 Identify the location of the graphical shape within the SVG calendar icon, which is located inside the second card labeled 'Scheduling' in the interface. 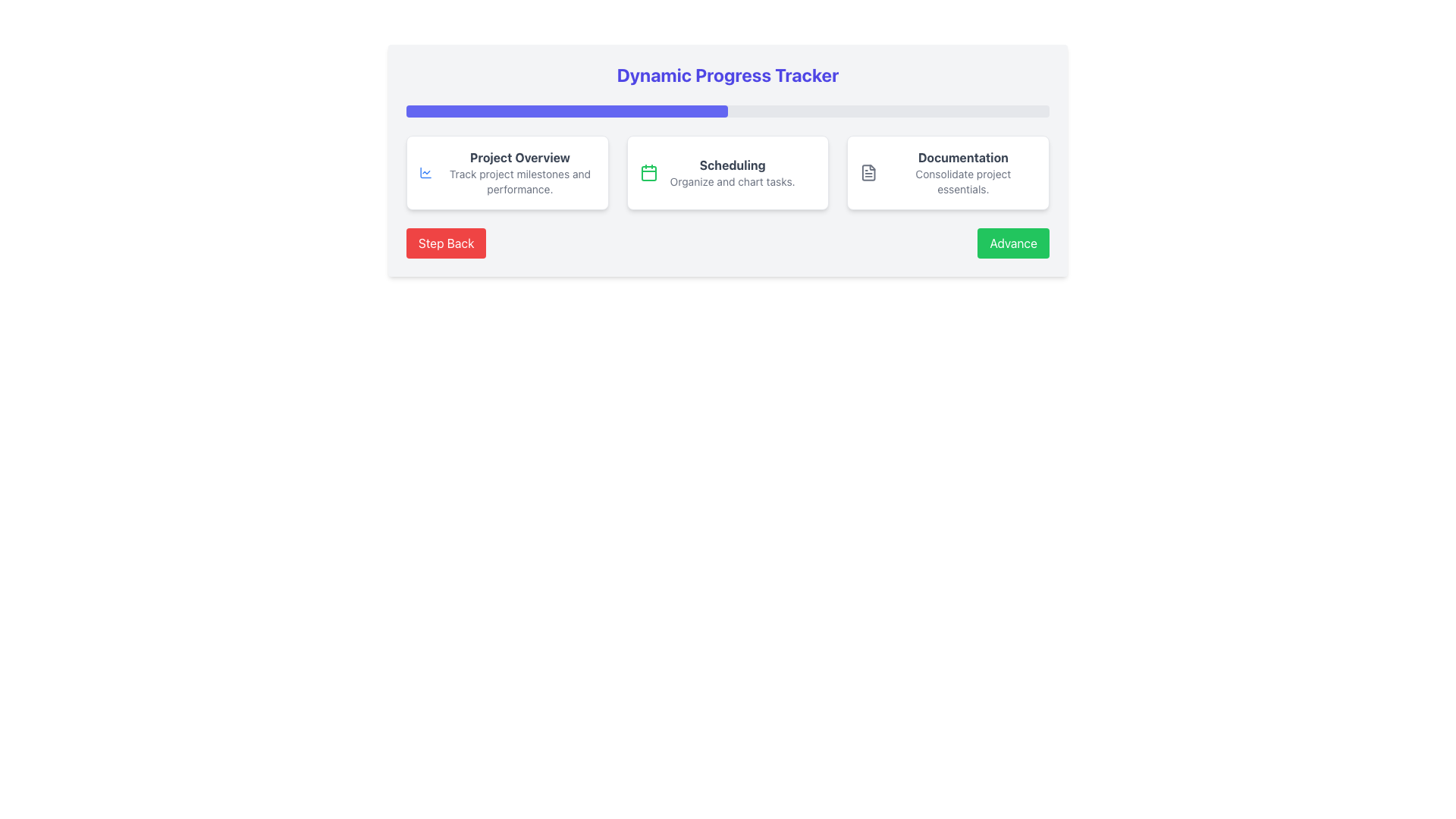
(648, 172).